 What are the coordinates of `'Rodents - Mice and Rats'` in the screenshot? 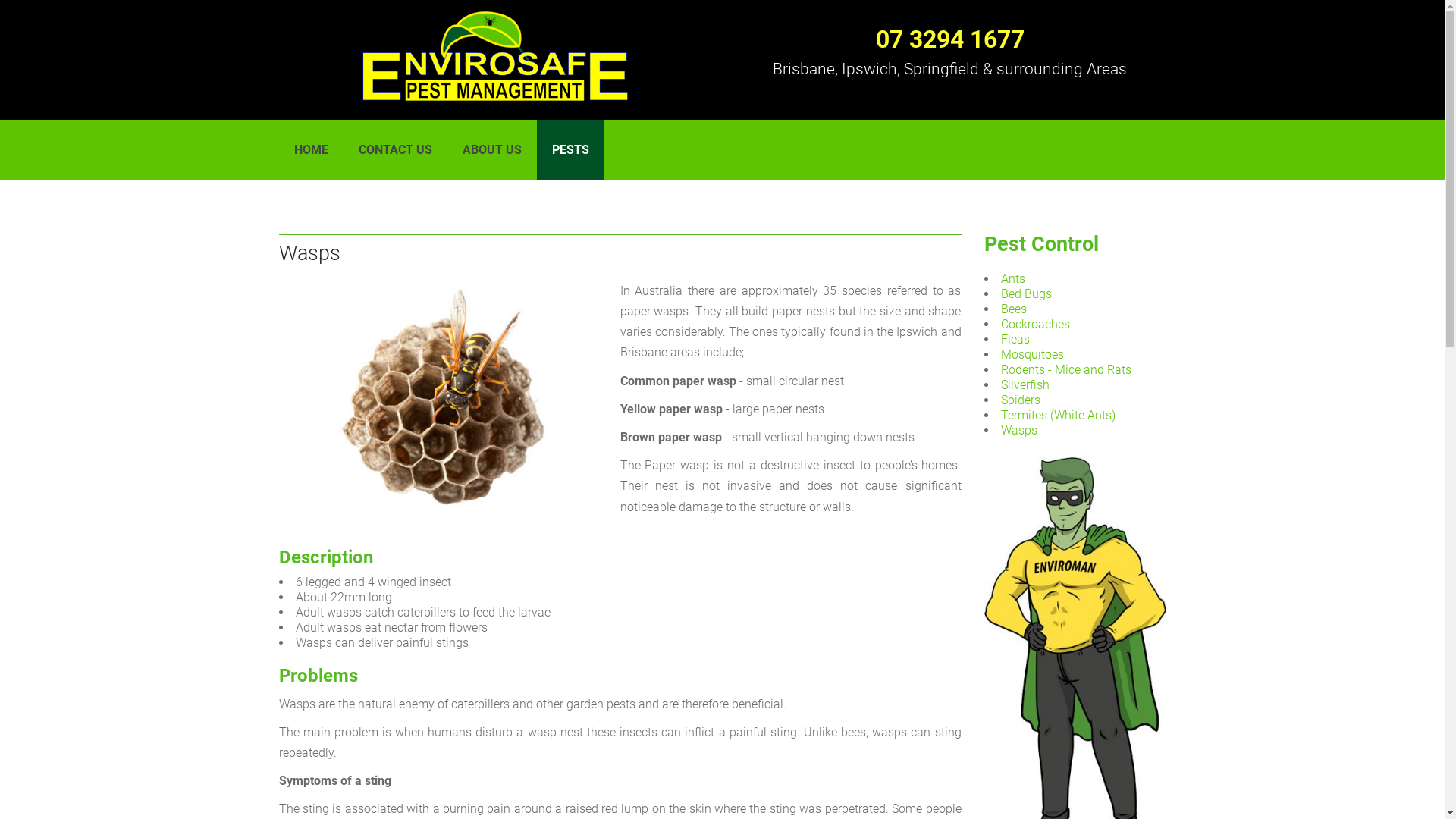 It's located at (1065, 369).